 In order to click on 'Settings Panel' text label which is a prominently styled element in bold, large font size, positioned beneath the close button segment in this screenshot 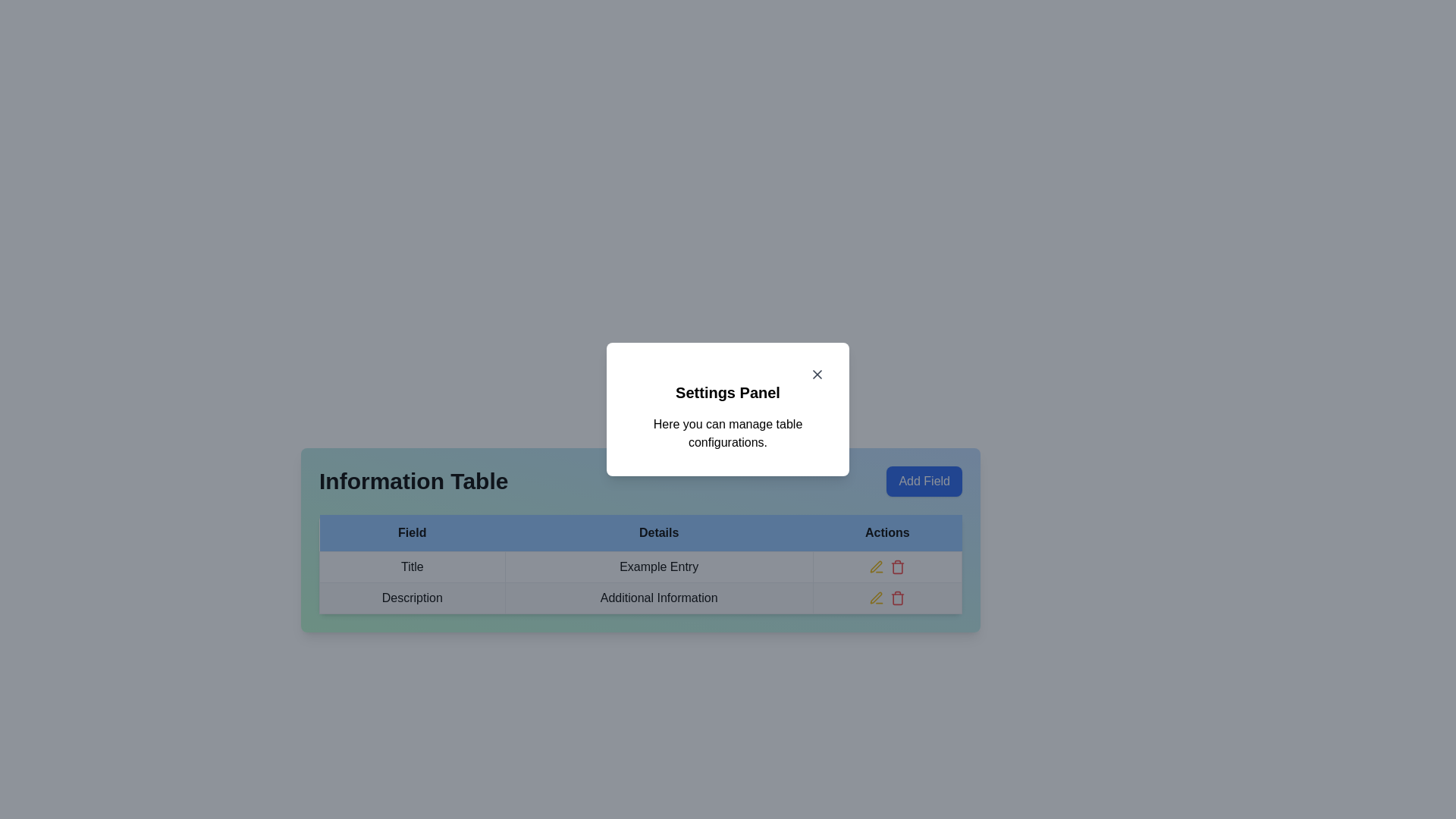, I will do `click(728, 391)`.